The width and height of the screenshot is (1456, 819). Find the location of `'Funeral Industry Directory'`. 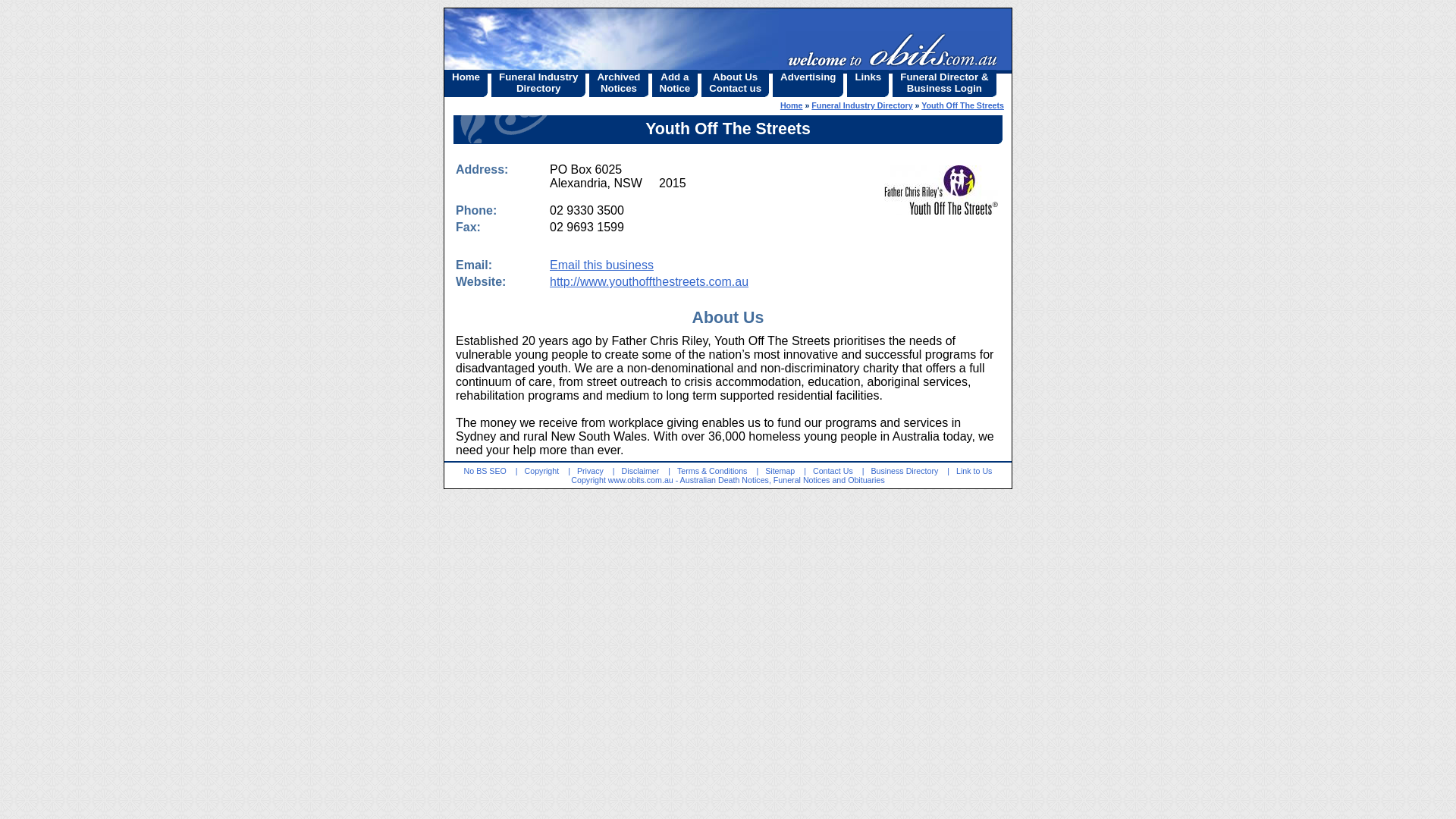

'Funeral Industry Directory' is located at coordinates (861, 104).